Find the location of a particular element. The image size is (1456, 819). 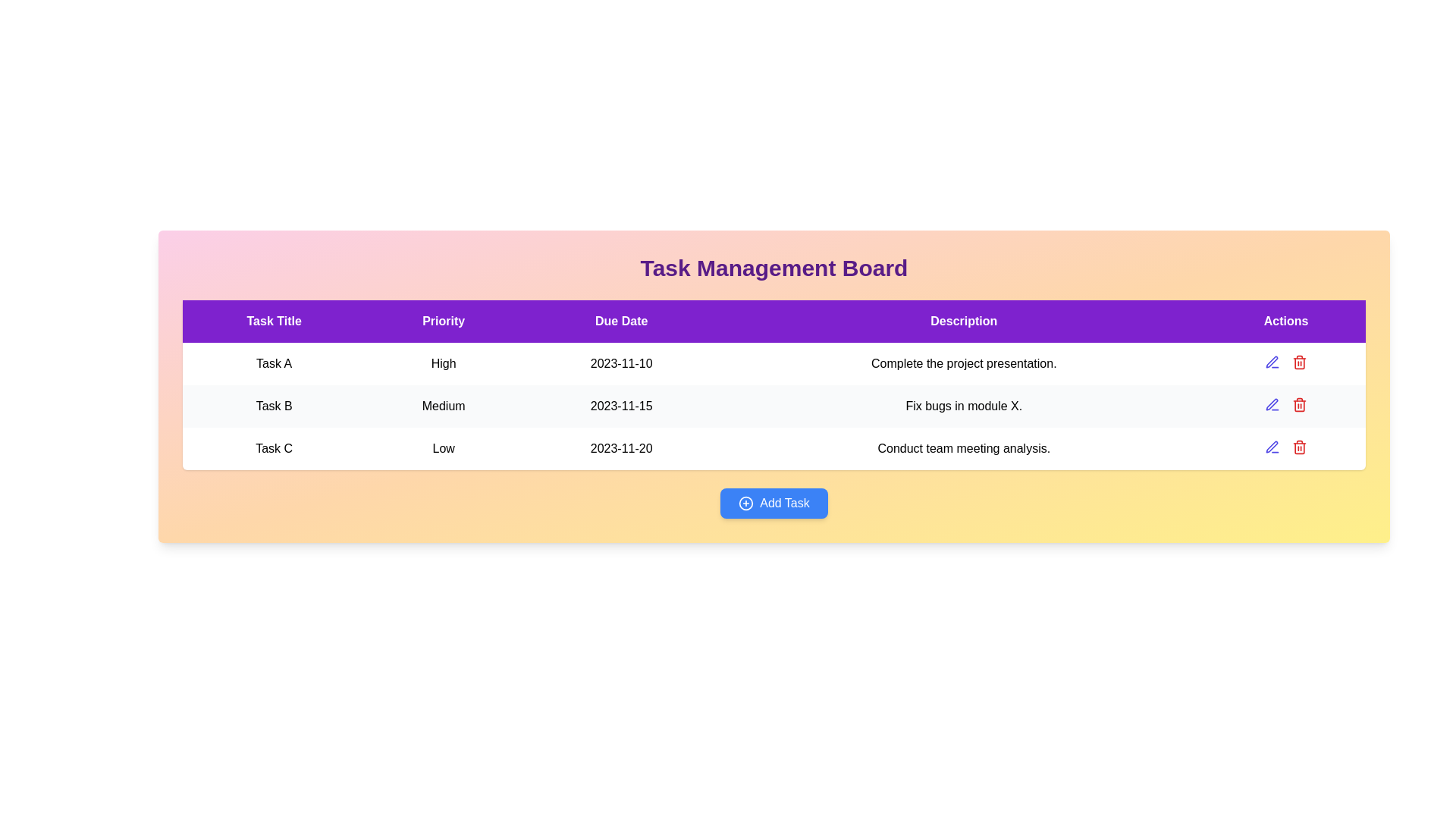

the 'Actions' text label in the grid header, which is a purple rectangular segment located at the top of the 'Actions' column in a task management table is located at coordinates (1285, 321).